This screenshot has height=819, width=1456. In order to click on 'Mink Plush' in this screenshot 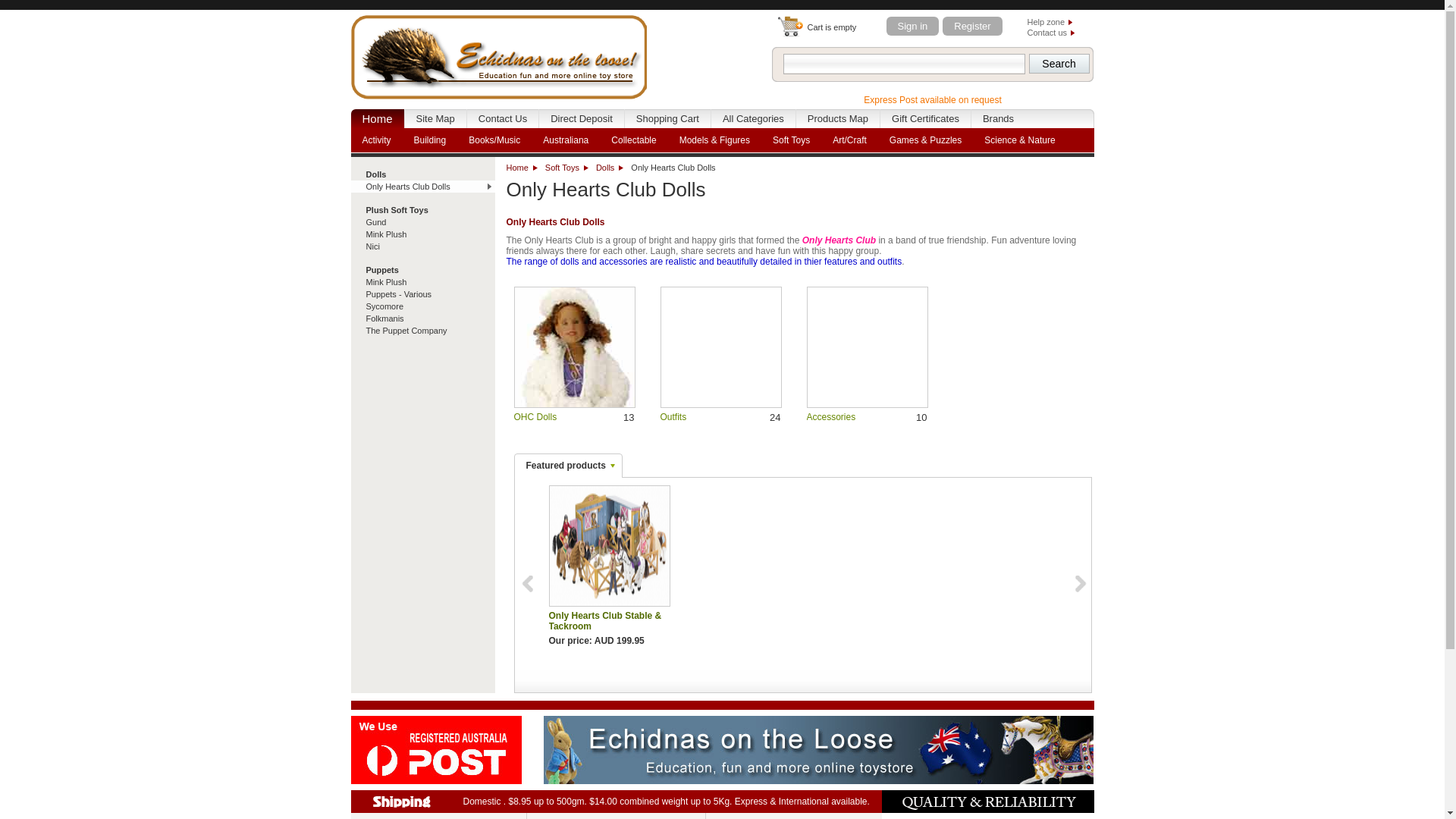, I will do `click(422, 281)`.